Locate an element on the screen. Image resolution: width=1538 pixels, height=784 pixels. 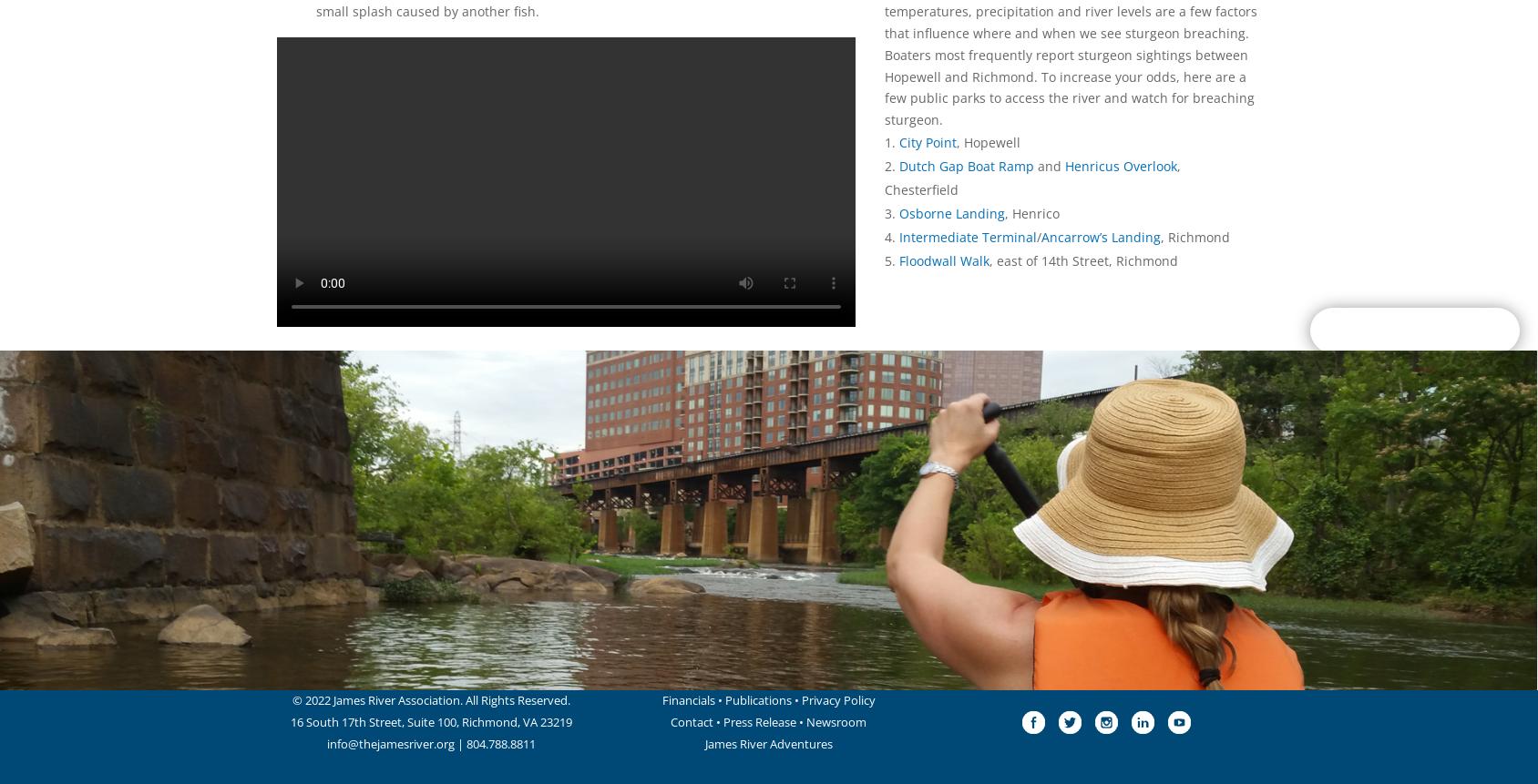
'Dutch Gap Boat Ramp' is located at coordinates (898, 166).